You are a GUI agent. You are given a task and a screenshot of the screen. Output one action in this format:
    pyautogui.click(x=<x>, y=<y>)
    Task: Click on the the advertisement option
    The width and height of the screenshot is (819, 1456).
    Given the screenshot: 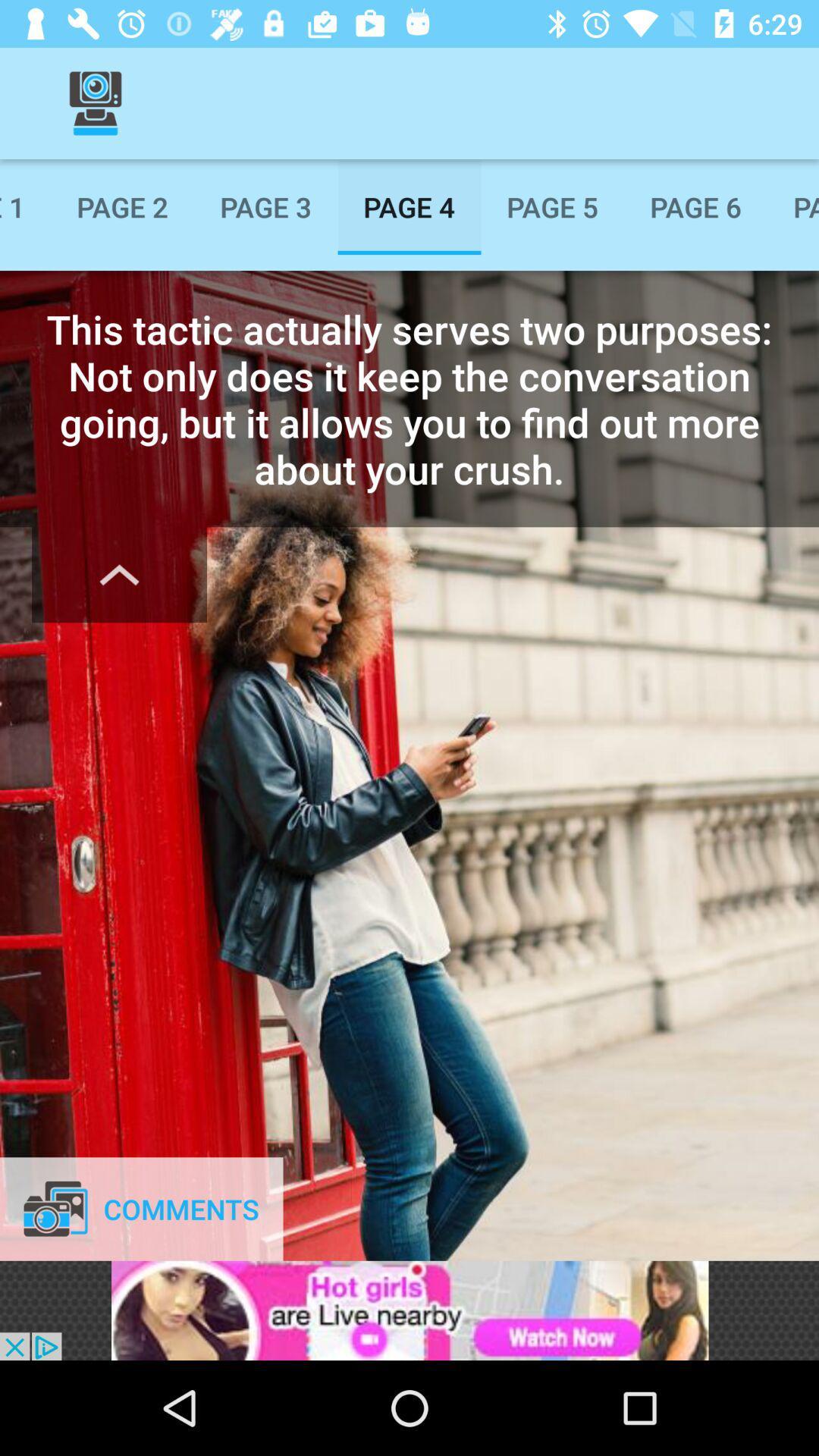 What is the action you would take?
    pyautogui.click(x=409, y=1310)
    